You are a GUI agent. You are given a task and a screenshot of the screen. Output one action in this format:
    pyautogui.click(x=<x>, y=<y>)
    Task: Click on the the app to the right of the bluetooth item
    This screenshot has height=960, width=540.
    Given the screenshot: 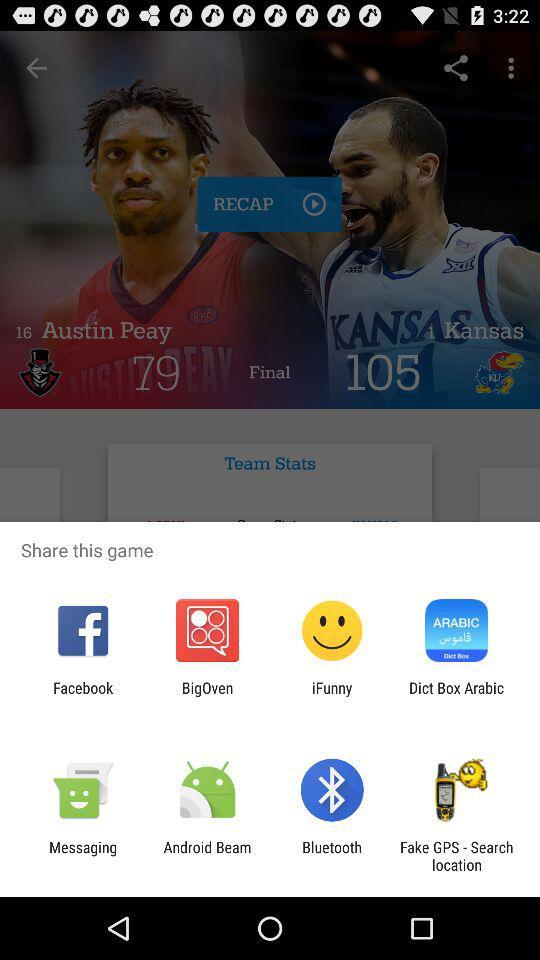 What is the action you would take?
    pyautogui.click(x=456, y=855)
    